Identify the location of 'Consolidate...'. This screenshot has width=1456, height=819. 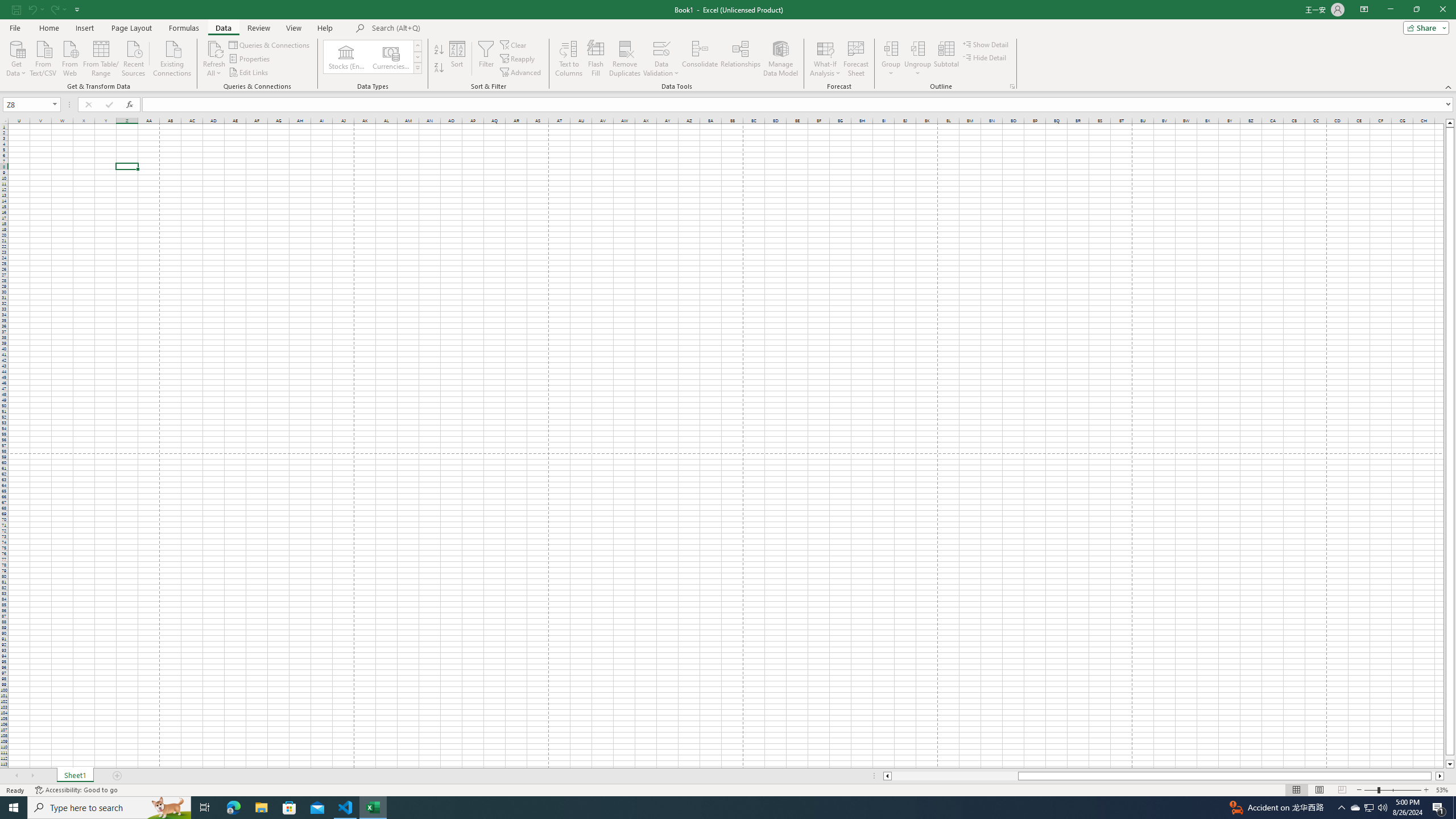
(700, 59).